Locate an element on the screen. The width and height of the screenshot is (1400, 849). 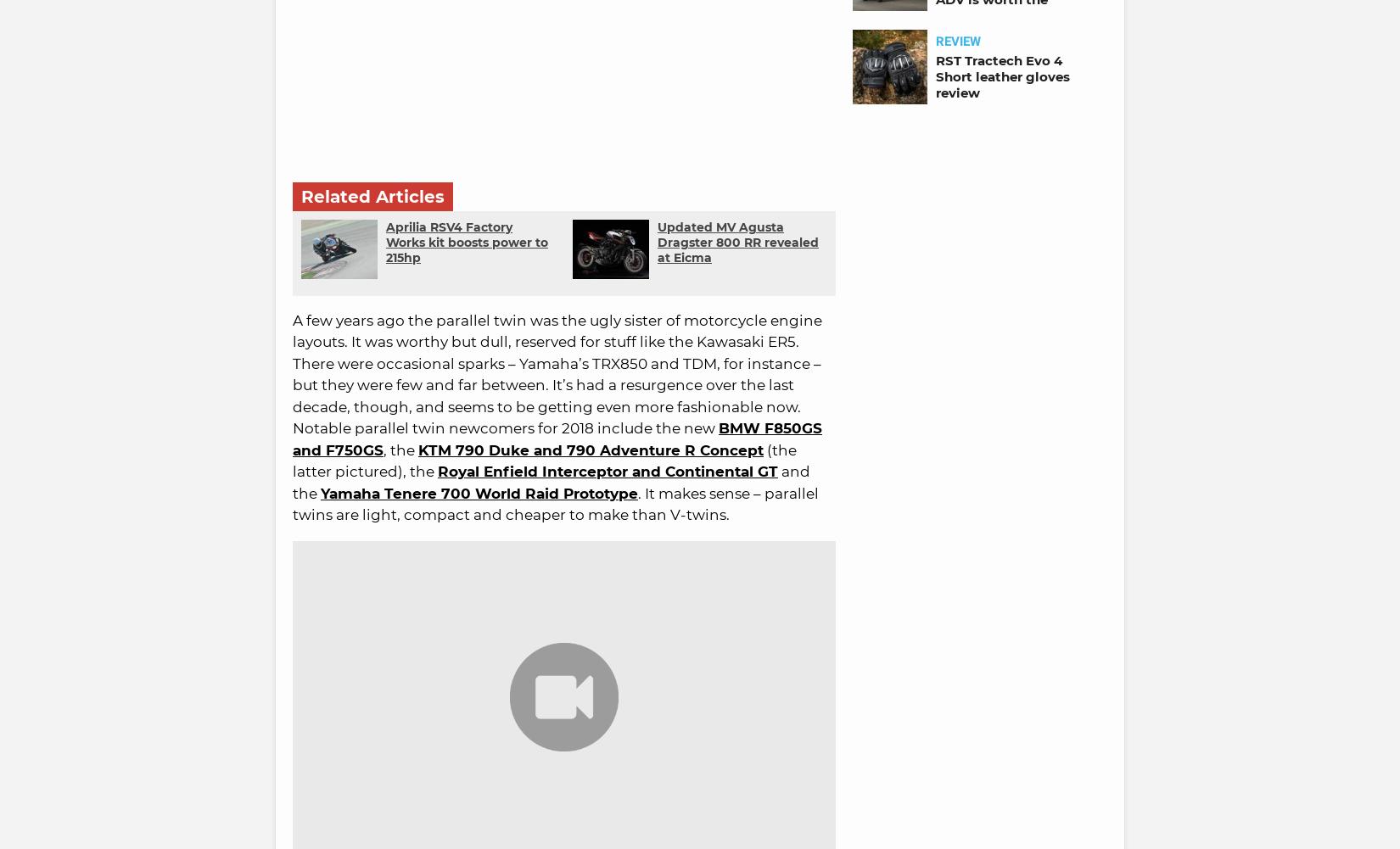
'Review' is located at coordinates (958, 41).